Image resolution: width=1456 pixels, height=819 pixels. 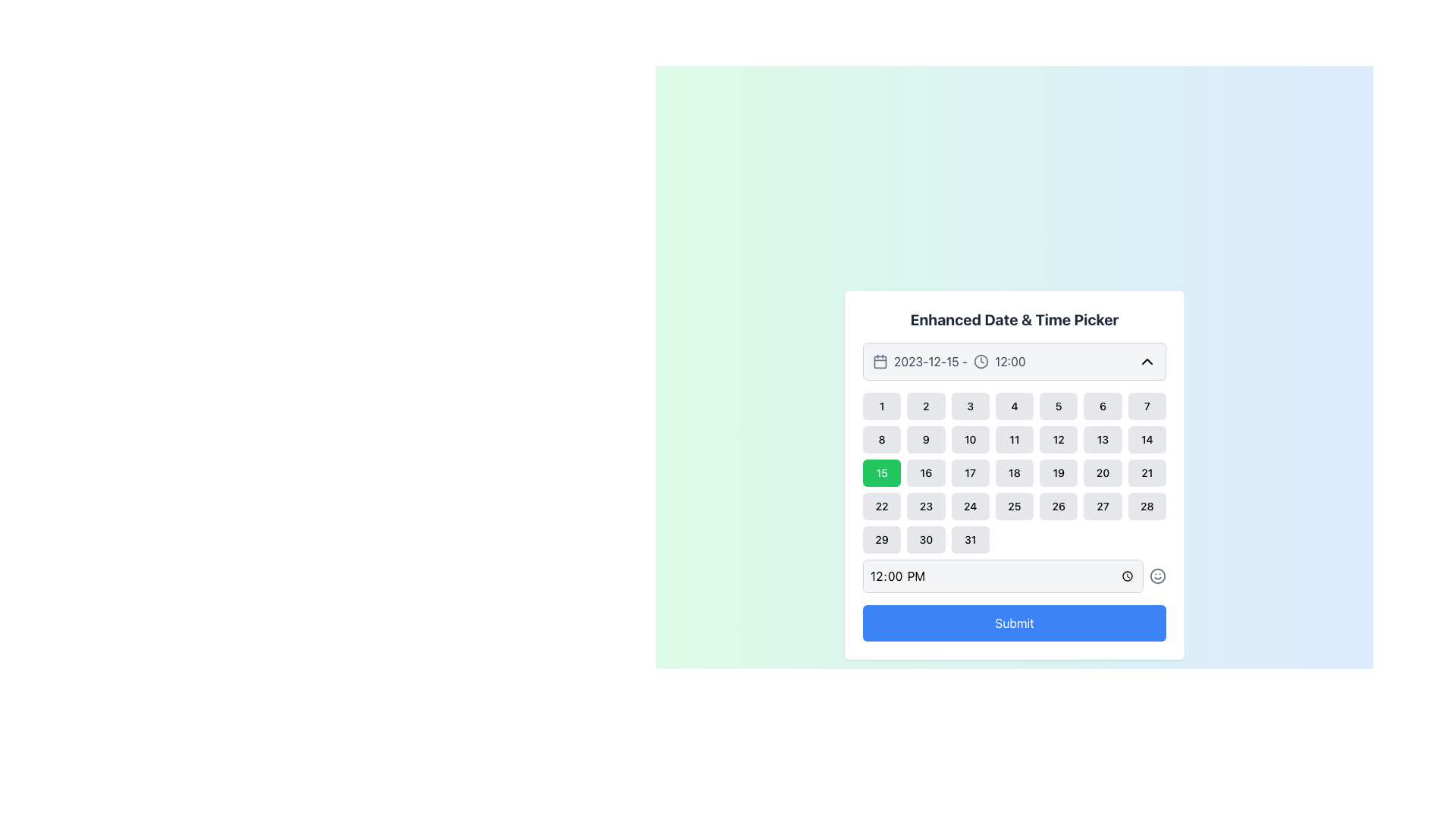 What do you see at coordinates (925, 406) in the screenshot?
I see `the rounded rectangular button displaying the number '2'` at bounding box center [925, 406].